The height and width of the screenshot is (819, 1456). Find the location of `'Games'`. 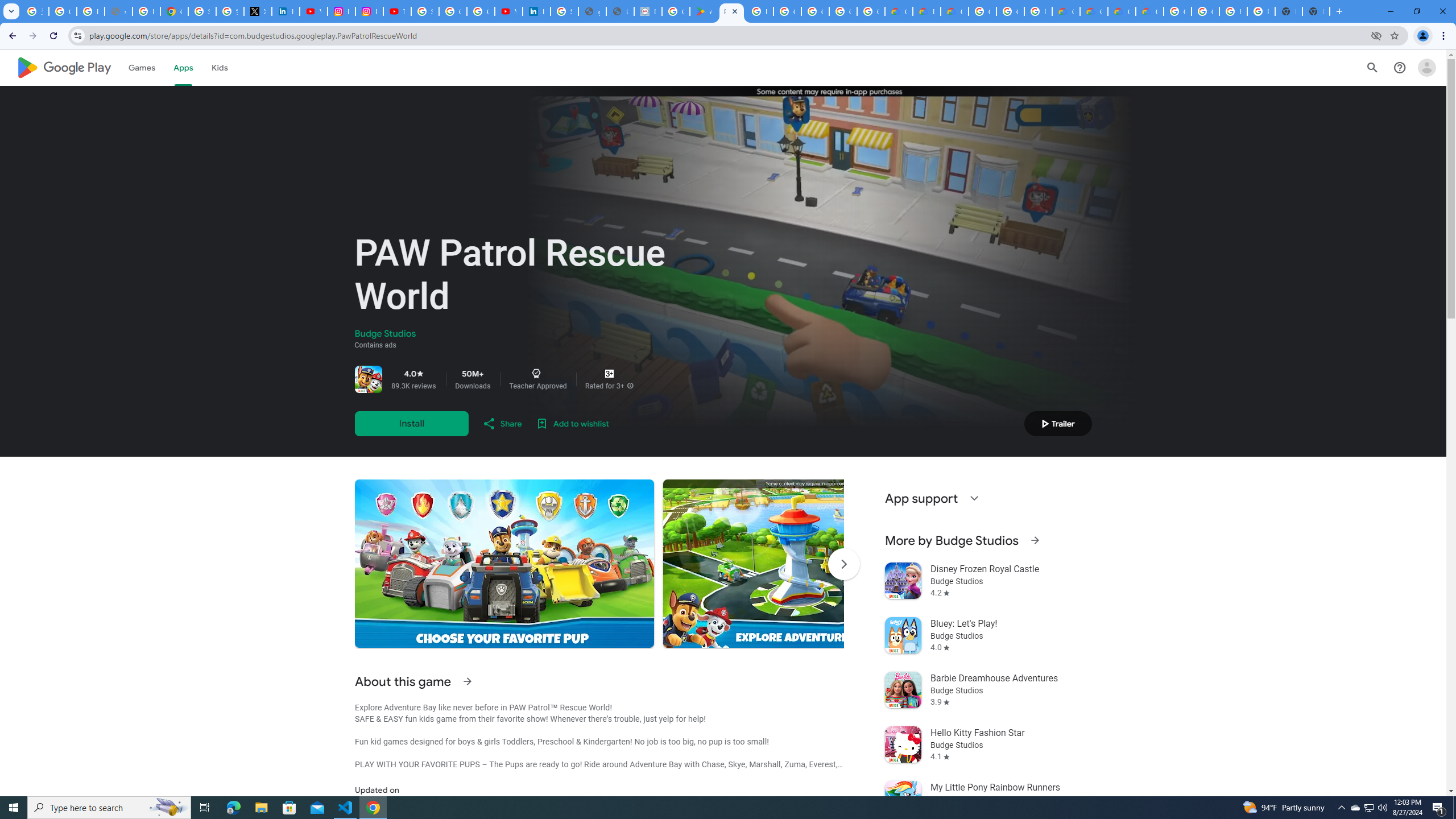

'Games' is located at coordinates (141, 67).